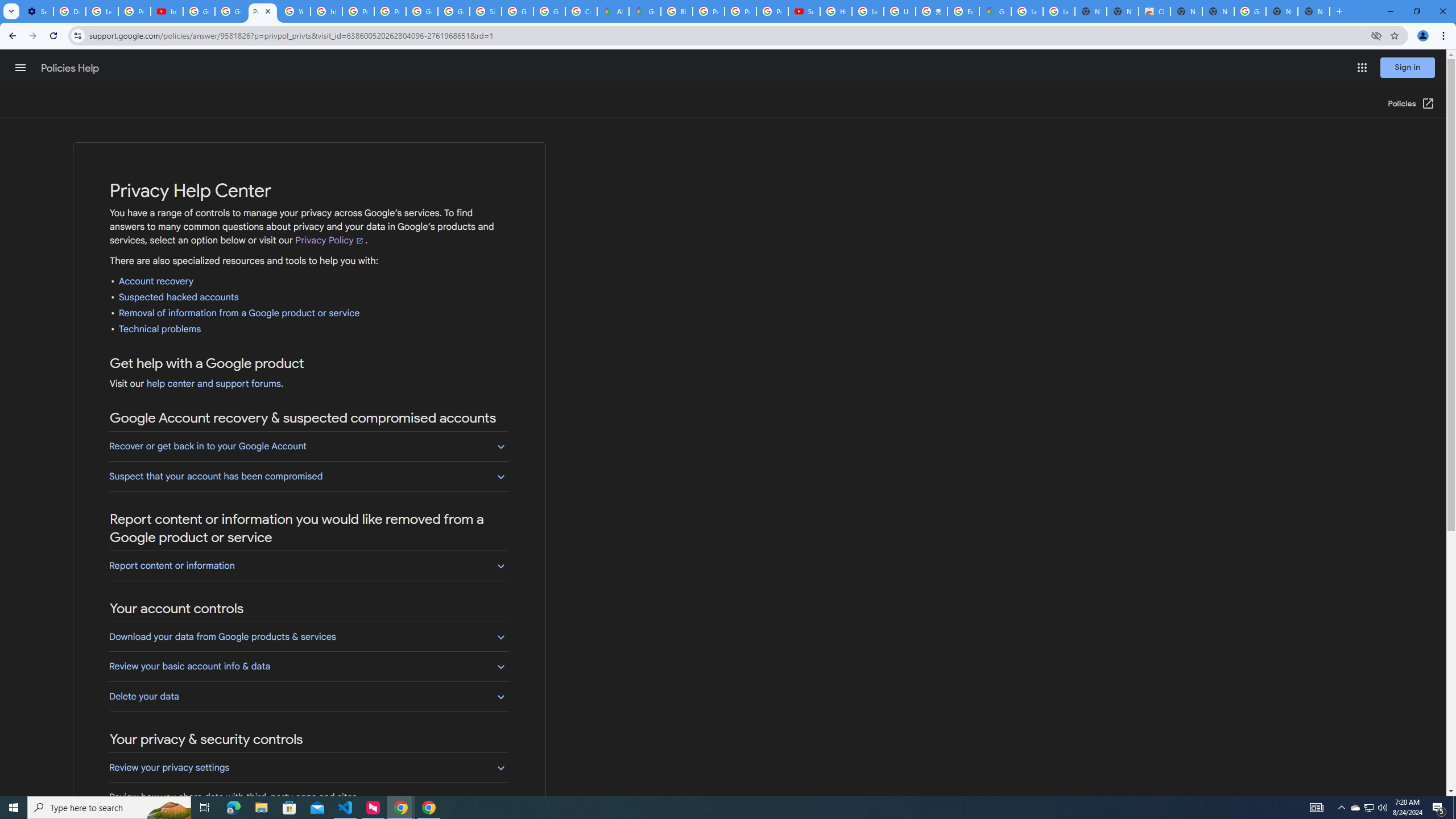 This screenshot has width=1456, height=819. Describe the element at coordinates (19, 67) in the screenshot. I see `'Main menu'` at that location.